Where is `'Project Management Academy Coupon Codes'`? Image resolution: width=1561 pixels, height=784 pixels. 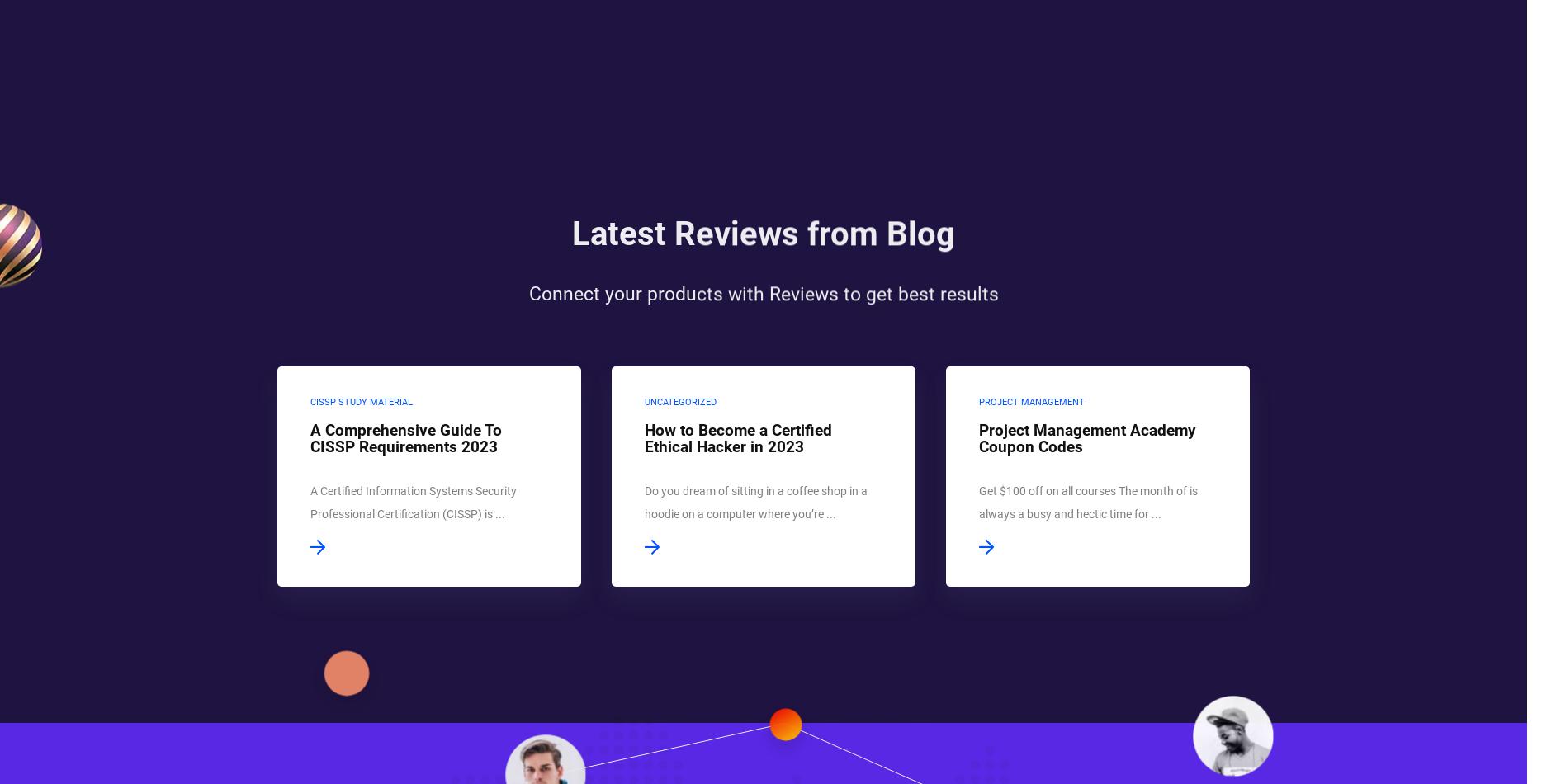 'Project Management Academy Coupon Codes' is located at coordinates (1086, 438).